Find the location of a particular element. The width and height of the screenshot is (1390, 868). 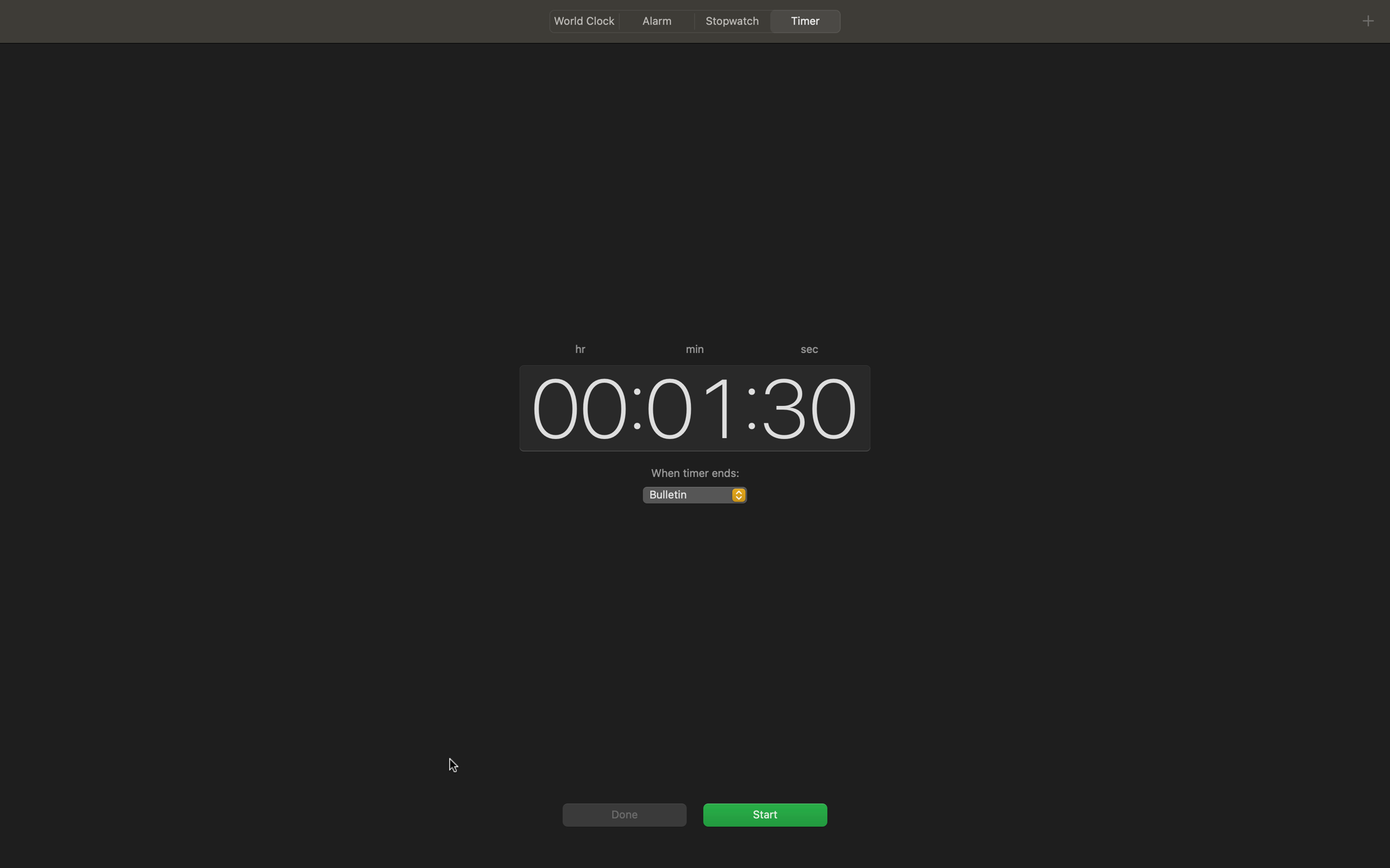

hours as 3 is located at coordinates (574, 406).